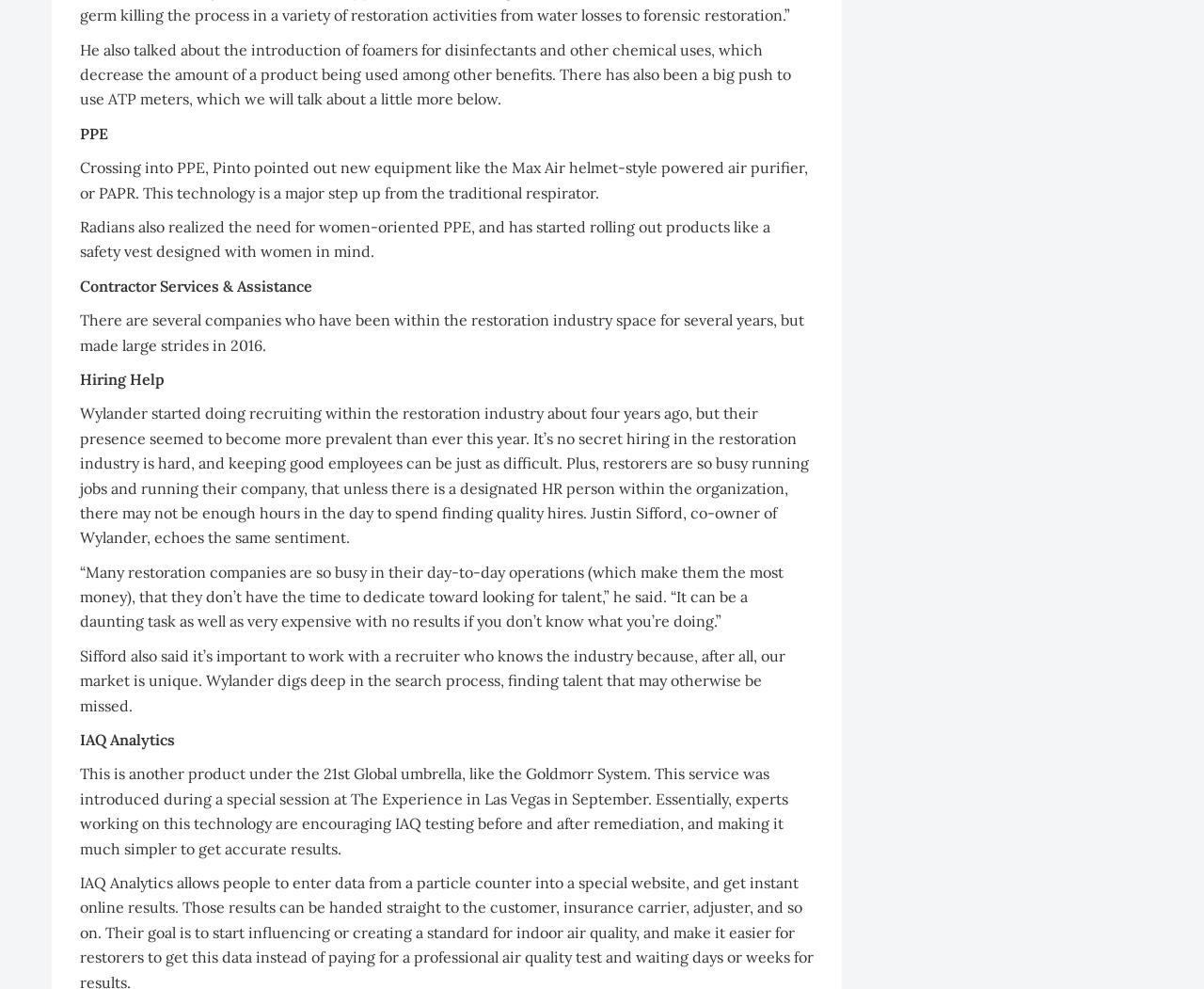 The height and width of the screenshot is (989, 1204). What do you see at coordinates (431, 595) in the screenshot?
I see `'“Many restoration companies are so busy in their day-to-day operations (which make them the most money), that they don’t have the time to dedicate toward looking for talent,” he said. “It can be a daunting task as well as very expensive with no results if you don’t know what you’re doing.”'` at bounding box center [431, 595].